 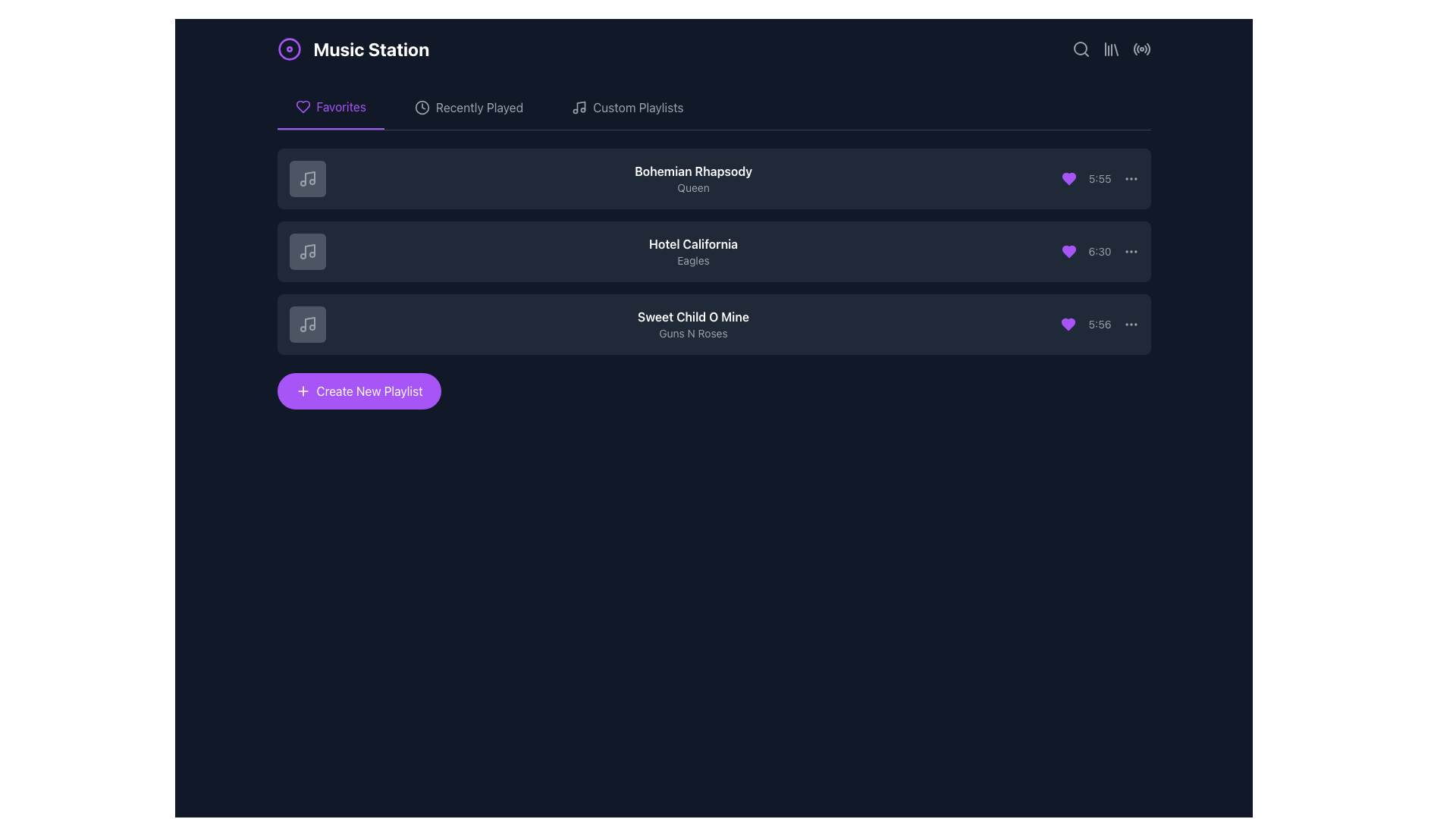 What do you see at coordinates (627, 107) in the screenshot?
I see `the 'Custom Playlists' button` at bounding box center [627, 107].